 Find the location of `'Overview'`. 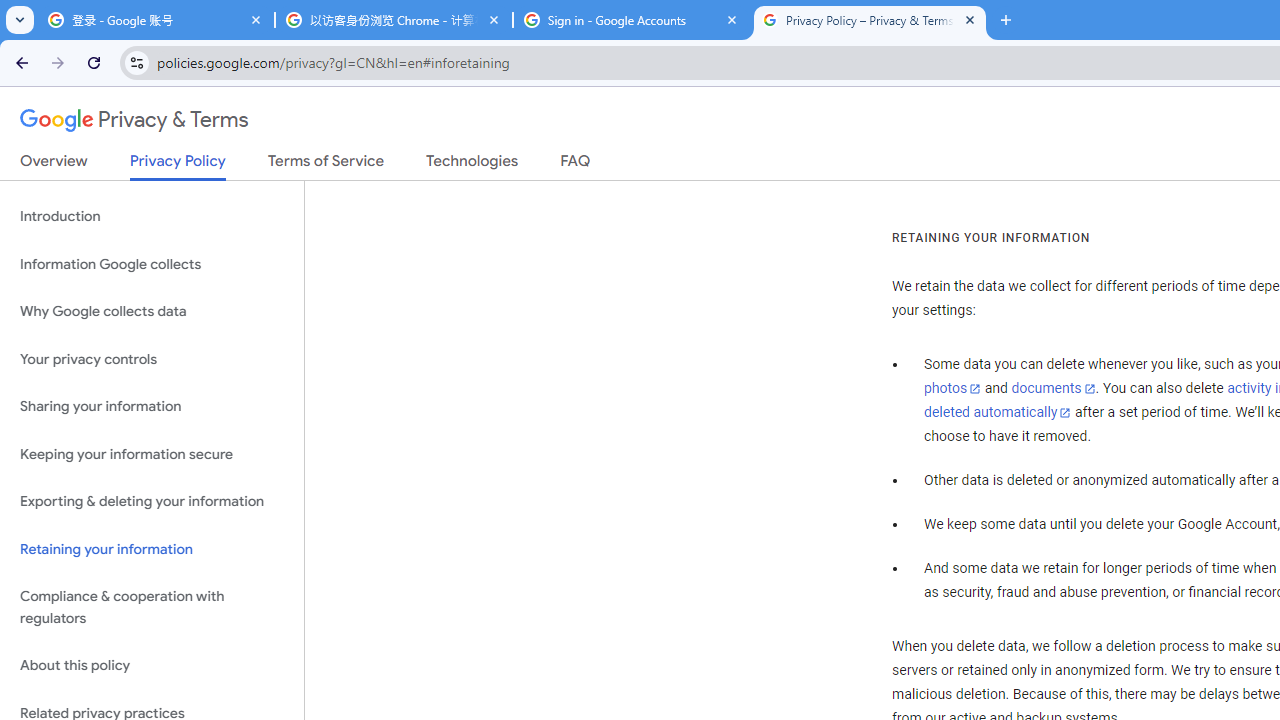

'Overview' is located at coordinates (54, 164).